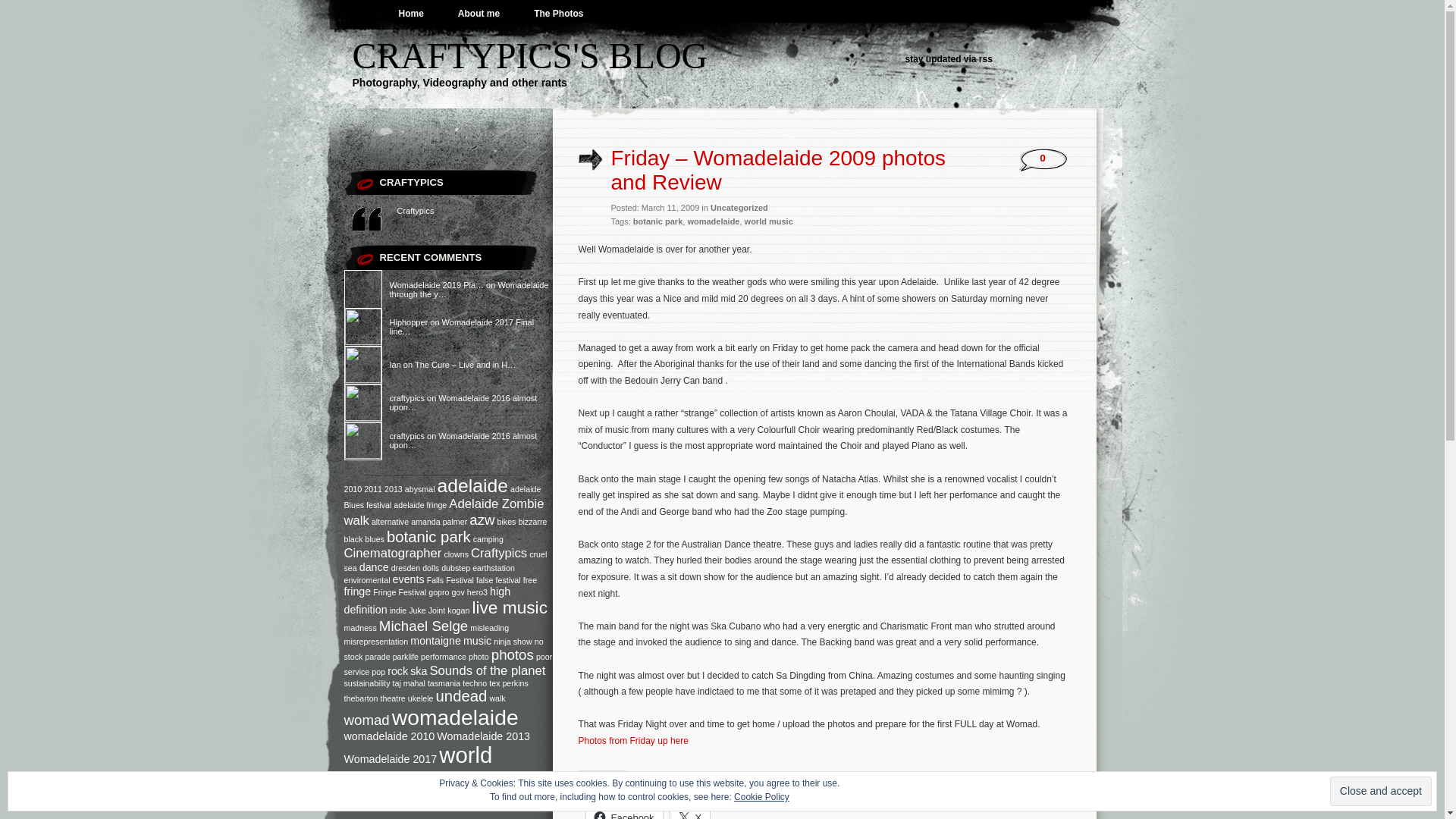 The image size is (1456, 819). Describe the element at coordinates (455, 554) in the screenshot. I see `'clowns'` at that location.